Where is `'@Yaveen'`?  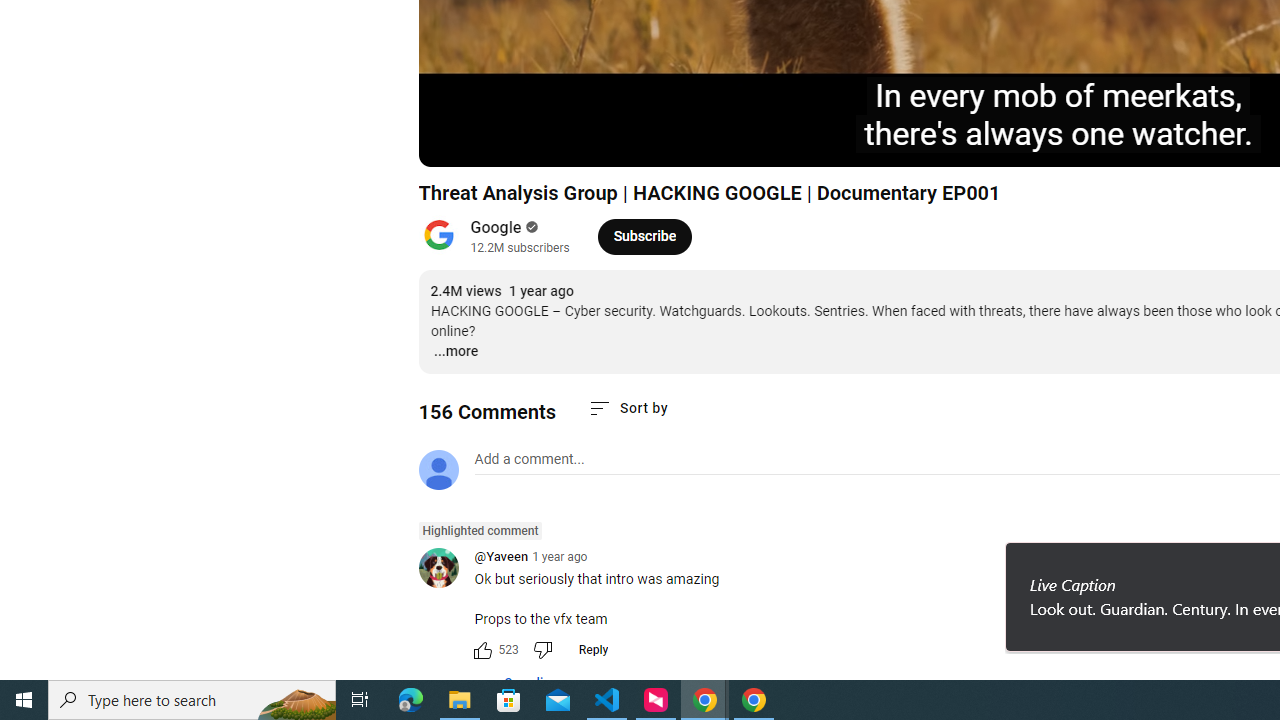
'@Yaveen' is located at coordinates (501, 558).